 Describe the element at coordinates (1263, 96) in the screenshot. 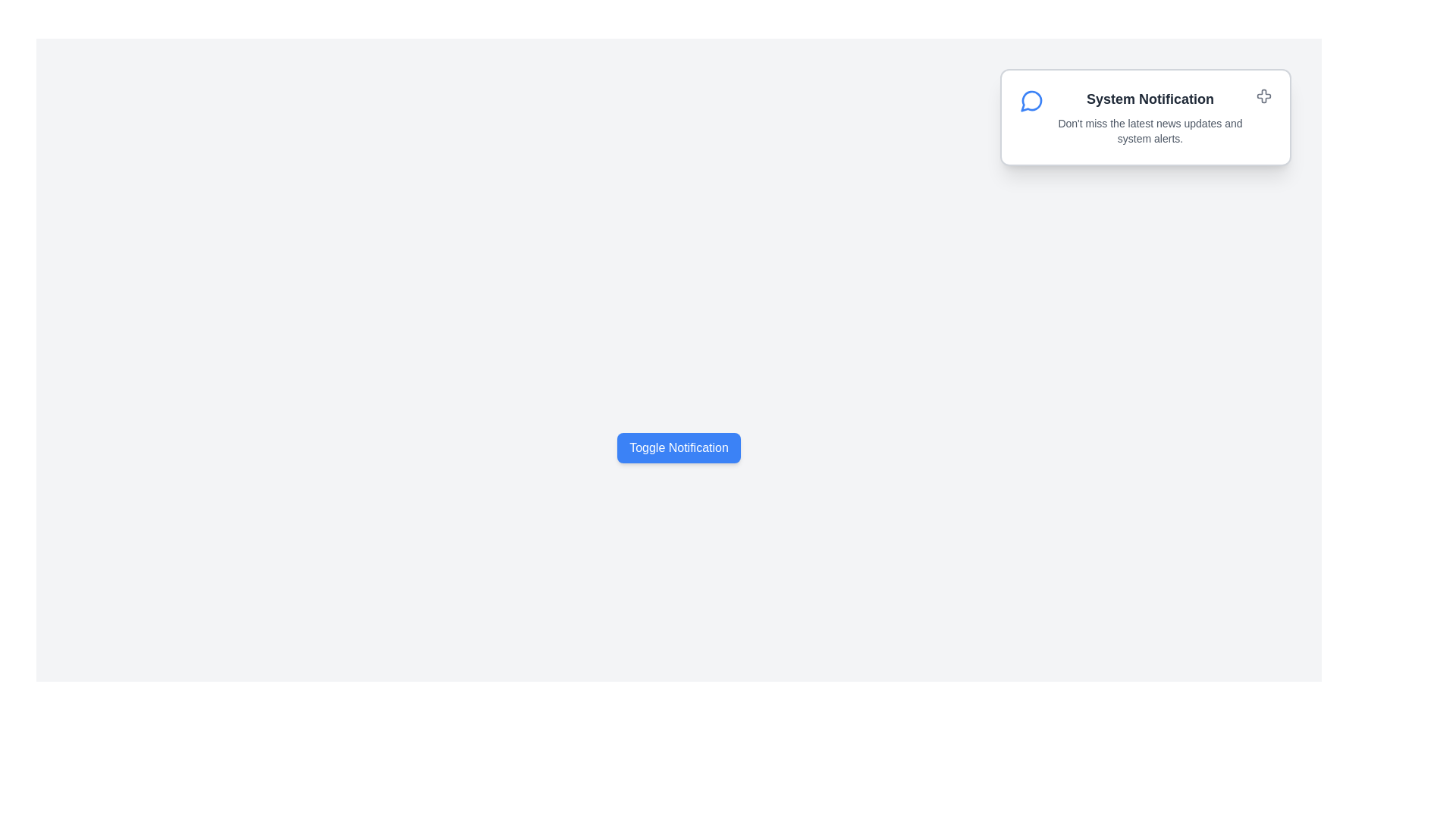

I see `the geometric cross symbol button in the upper-right corner of the 'System Notification' banner` at that location.